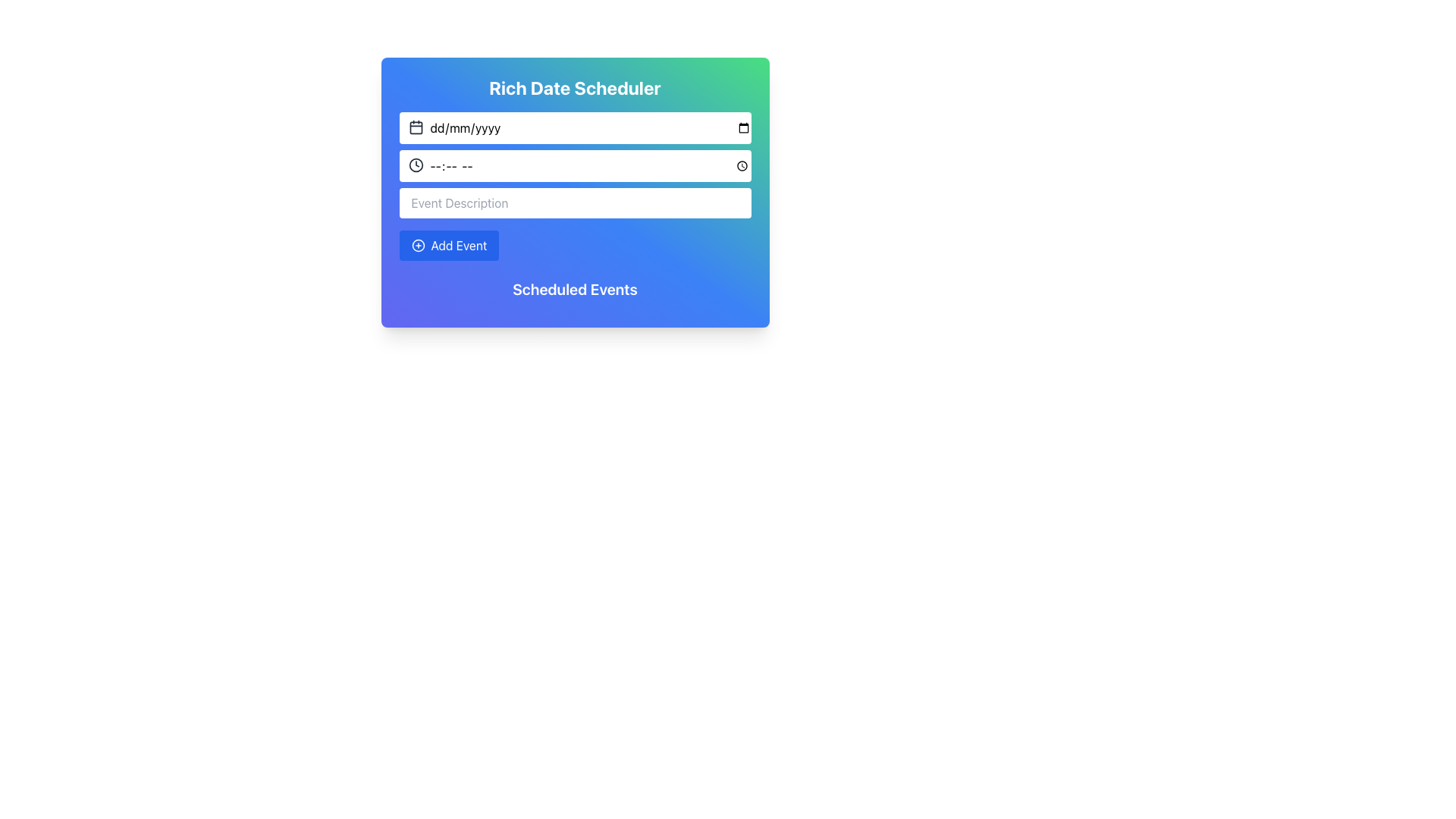 The height and width of the screenshot is (819, 1456). What do you see at coordinates (416, 127) in the screenshot?
I see `the SVG rectangle with rounded corners that represents the calendar icon, located to the left of the first input field within the 'Rich Date Scheduler' card` at bounding box center [416, 127].